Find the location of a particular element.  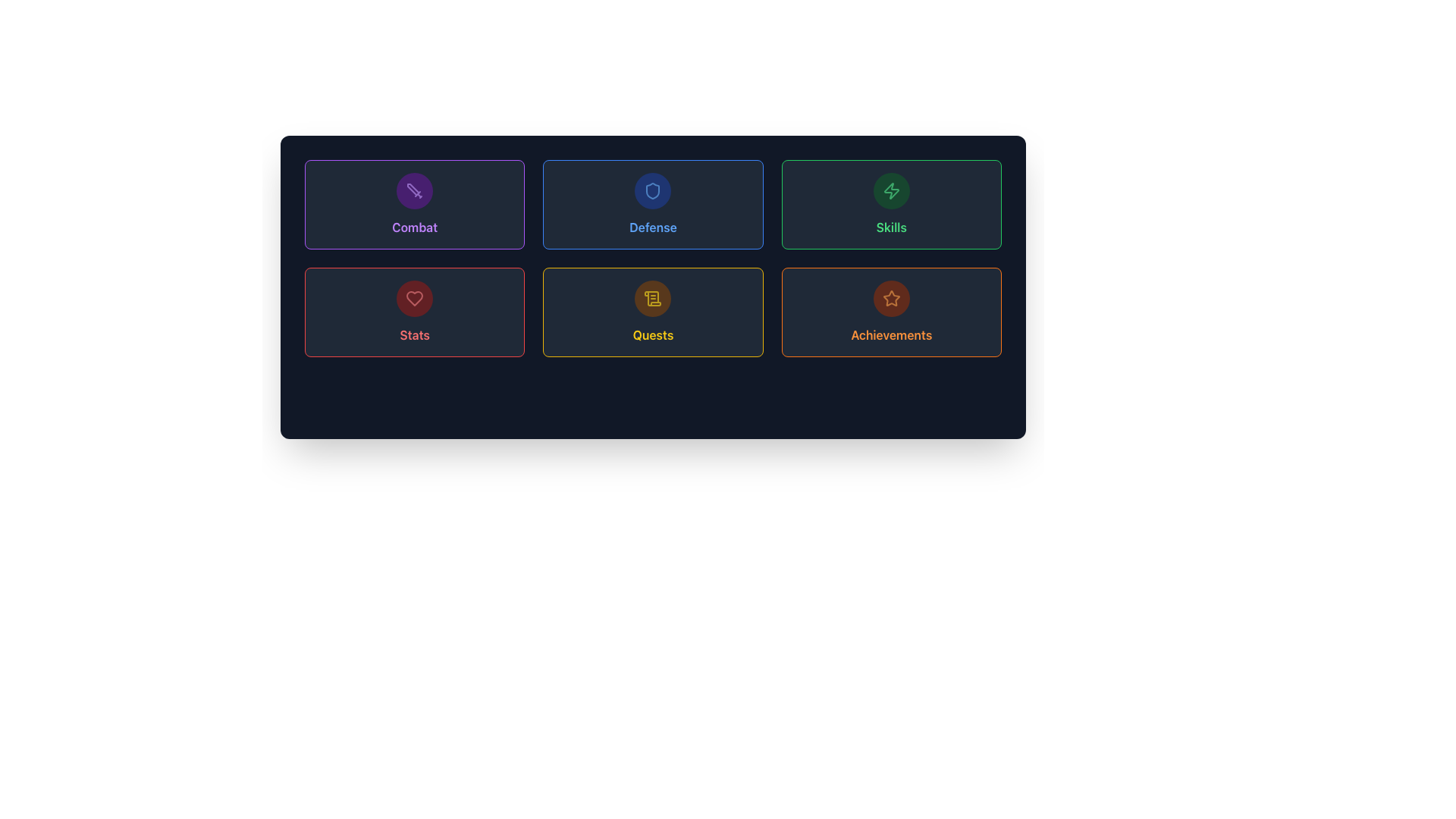

the decorative SVG polygon that enhances the visual representation of the 'Combat' category within the user interface is located at coordinates (413, 189).